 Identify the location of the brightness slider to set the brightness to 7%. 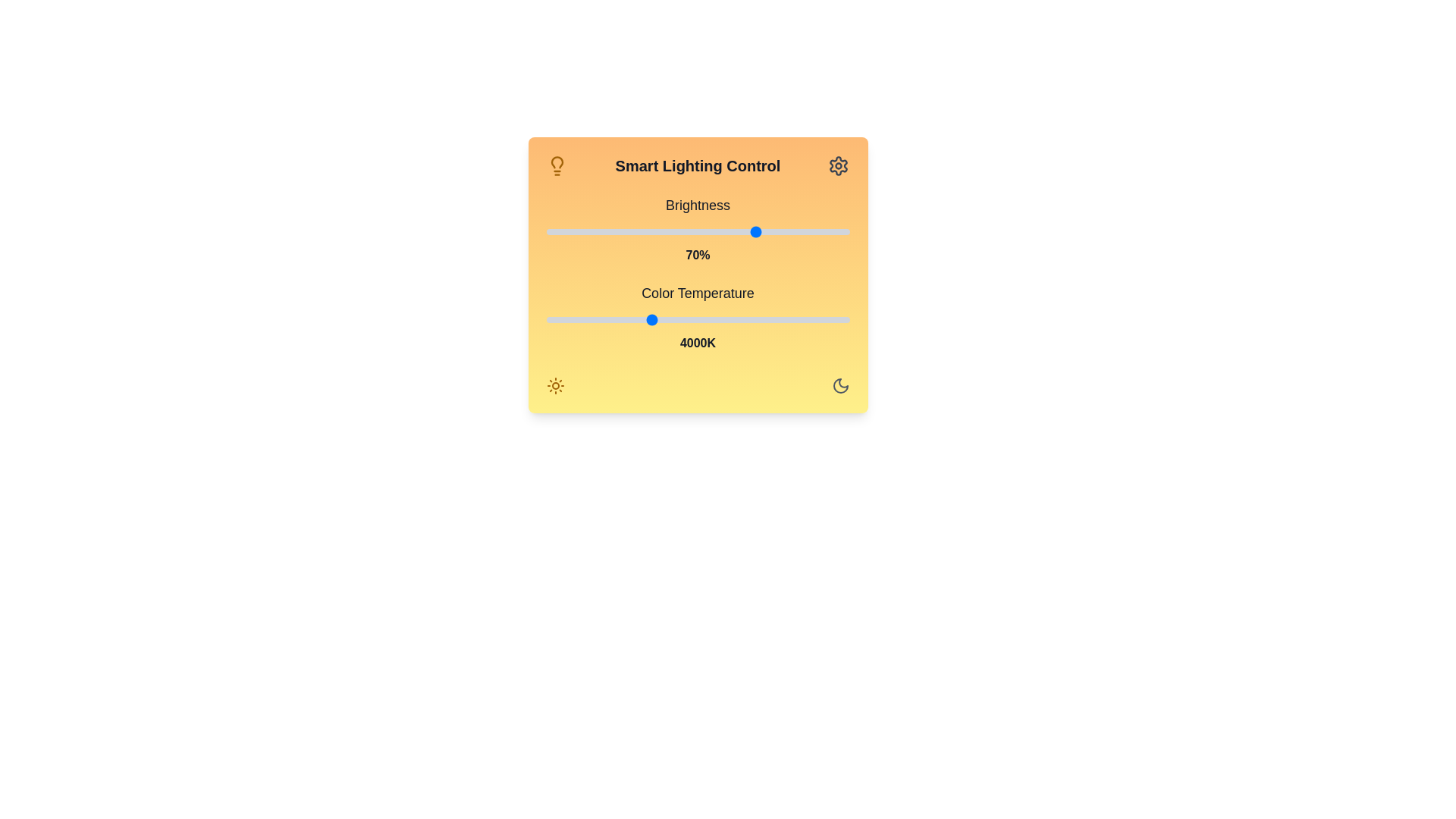
(566, 231).